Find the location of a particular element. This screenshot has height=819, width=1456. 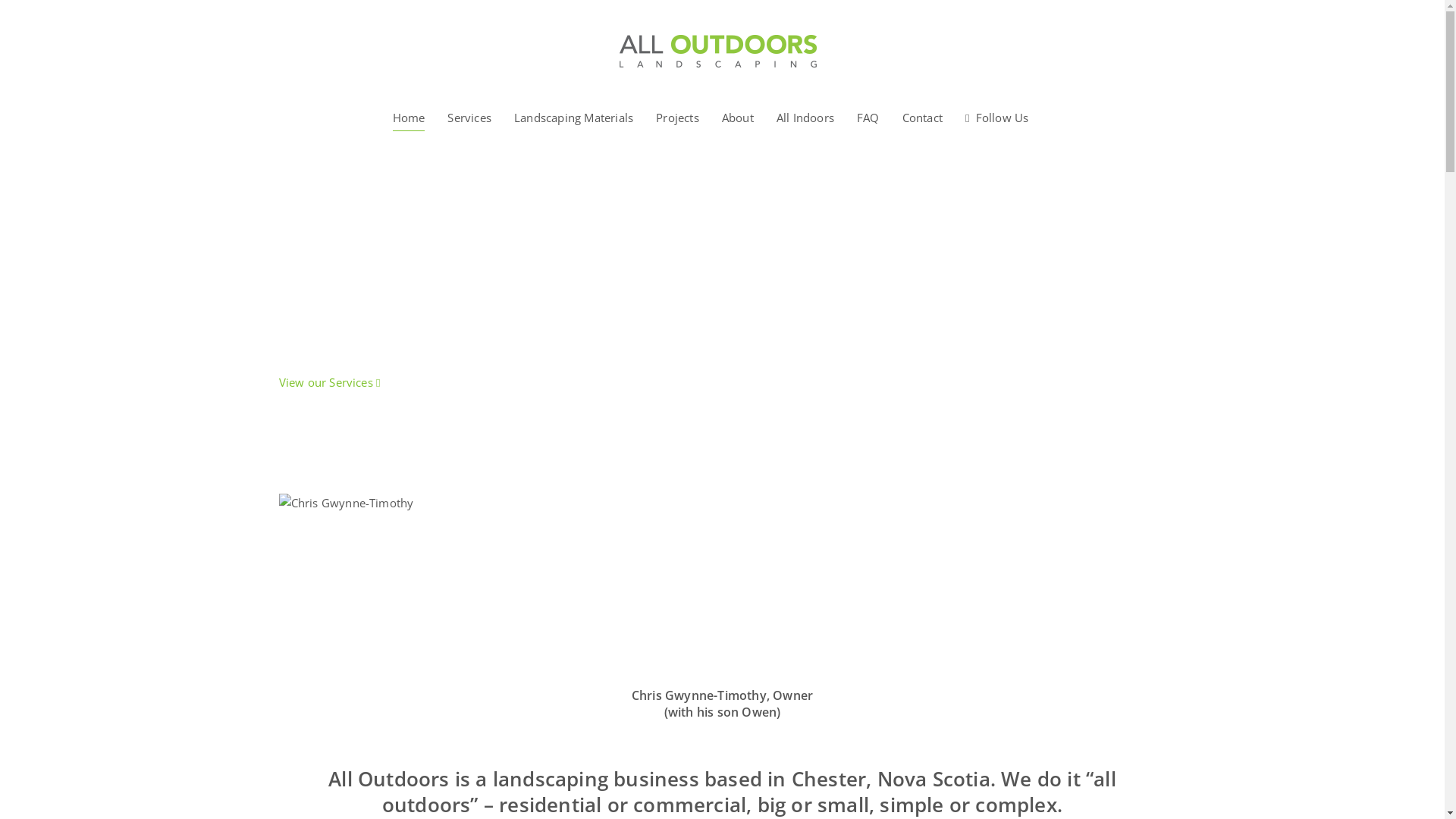

'Landscaping Materials' is located at coordinates (513, 116).